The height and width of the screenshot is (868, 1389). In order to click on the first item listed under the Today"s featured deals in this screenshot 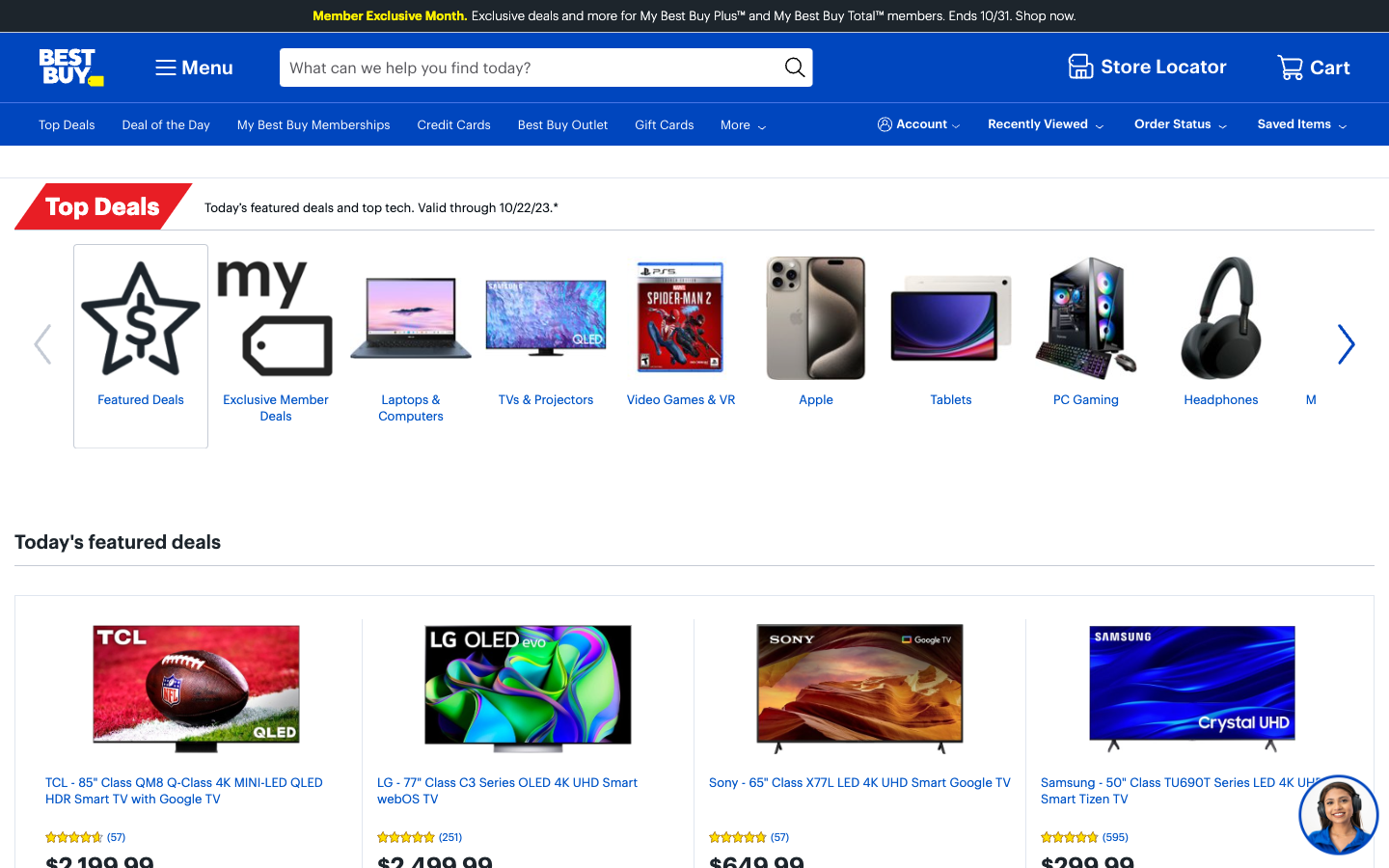, I will do `click(196, 688)`.